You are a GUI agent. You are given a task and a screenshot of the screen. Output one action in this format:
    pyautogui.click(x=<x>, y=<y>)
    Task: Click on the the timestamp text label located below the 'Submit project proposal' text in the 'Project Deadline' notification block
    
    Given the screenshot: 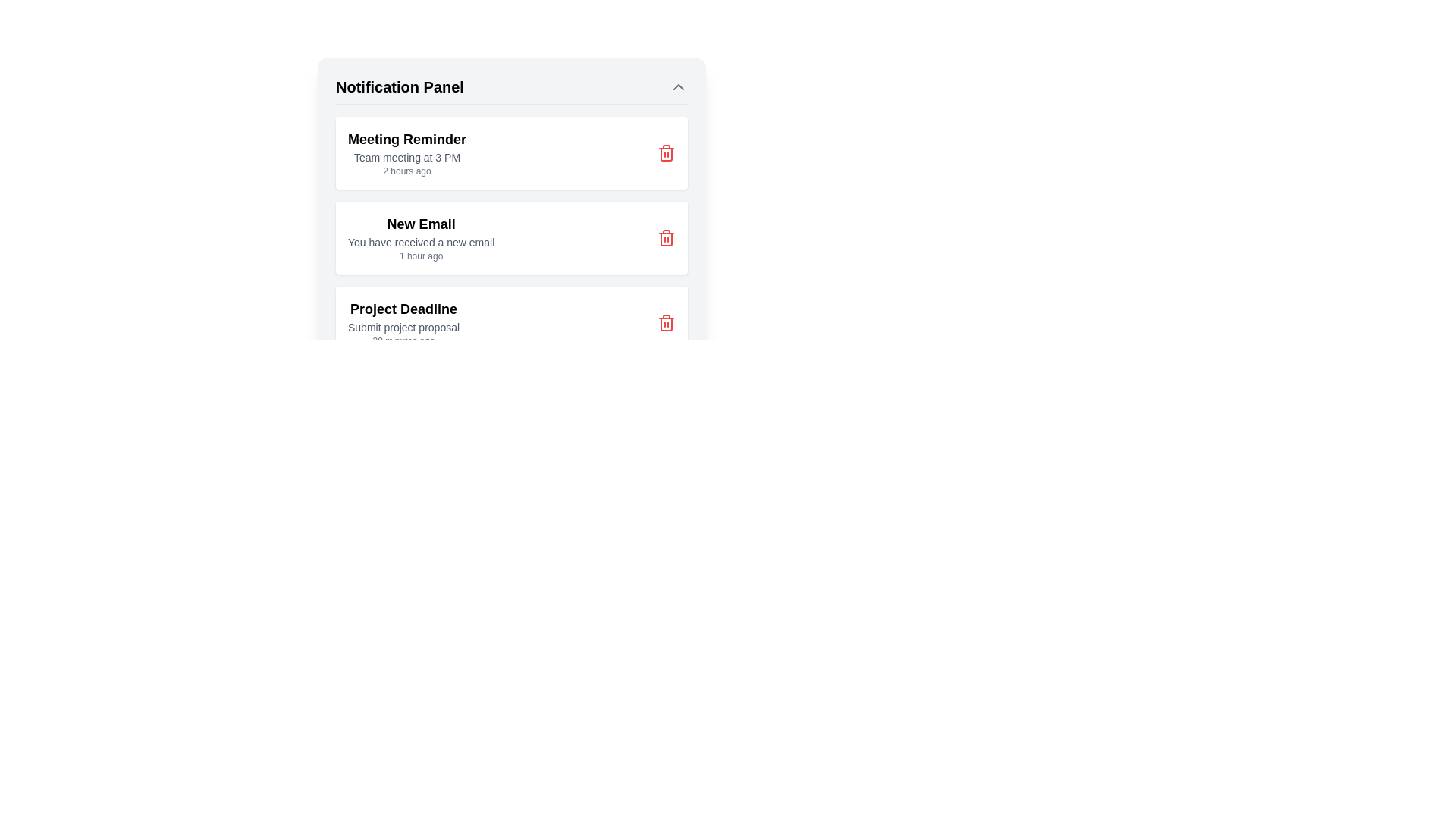 What is the action you would take?
    pyautogui.click(x=403, y=341)
    